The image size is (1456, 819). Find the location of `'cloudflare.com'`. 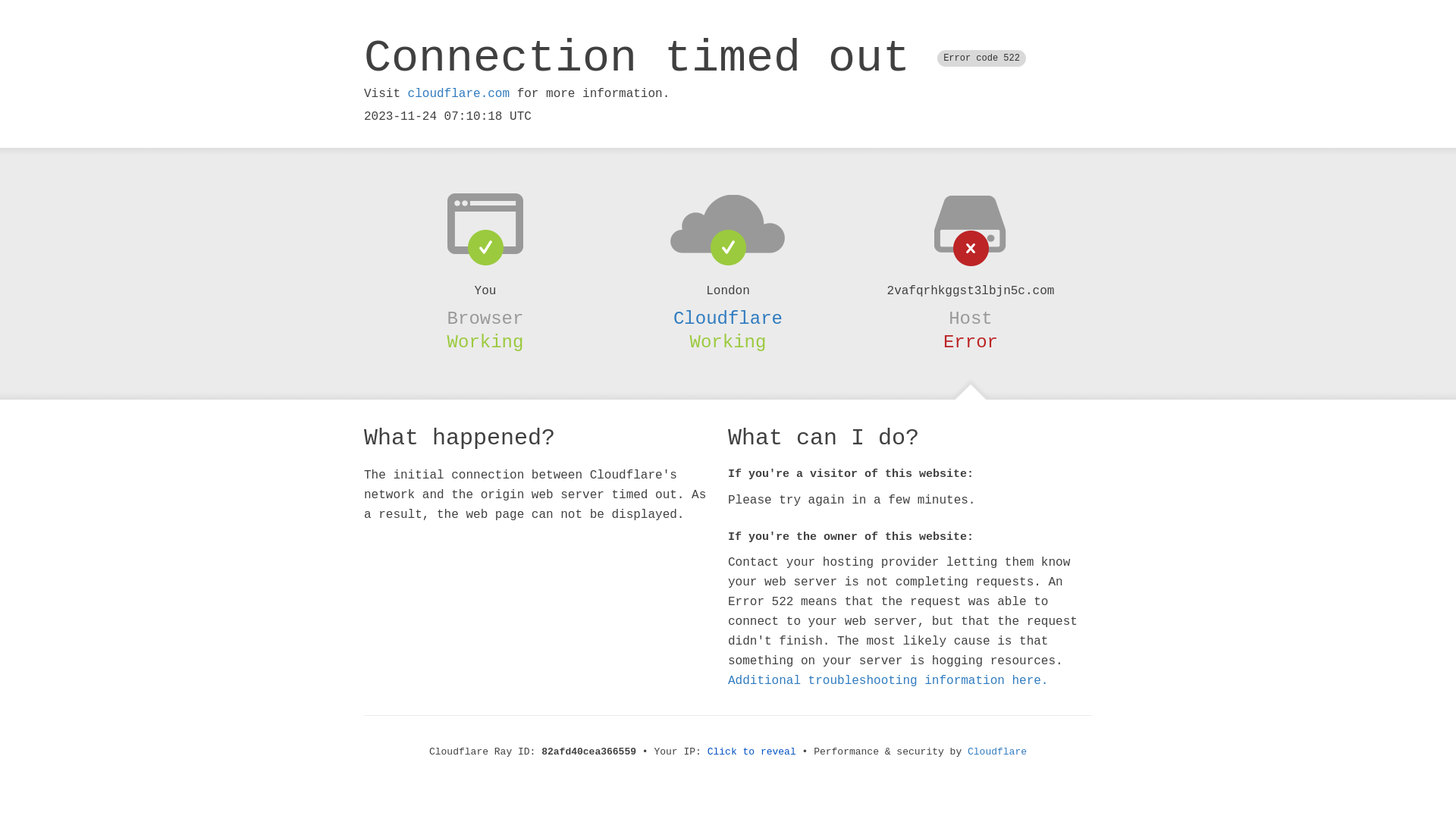

'cloudflare.com' is located at coordinates (457, 93).